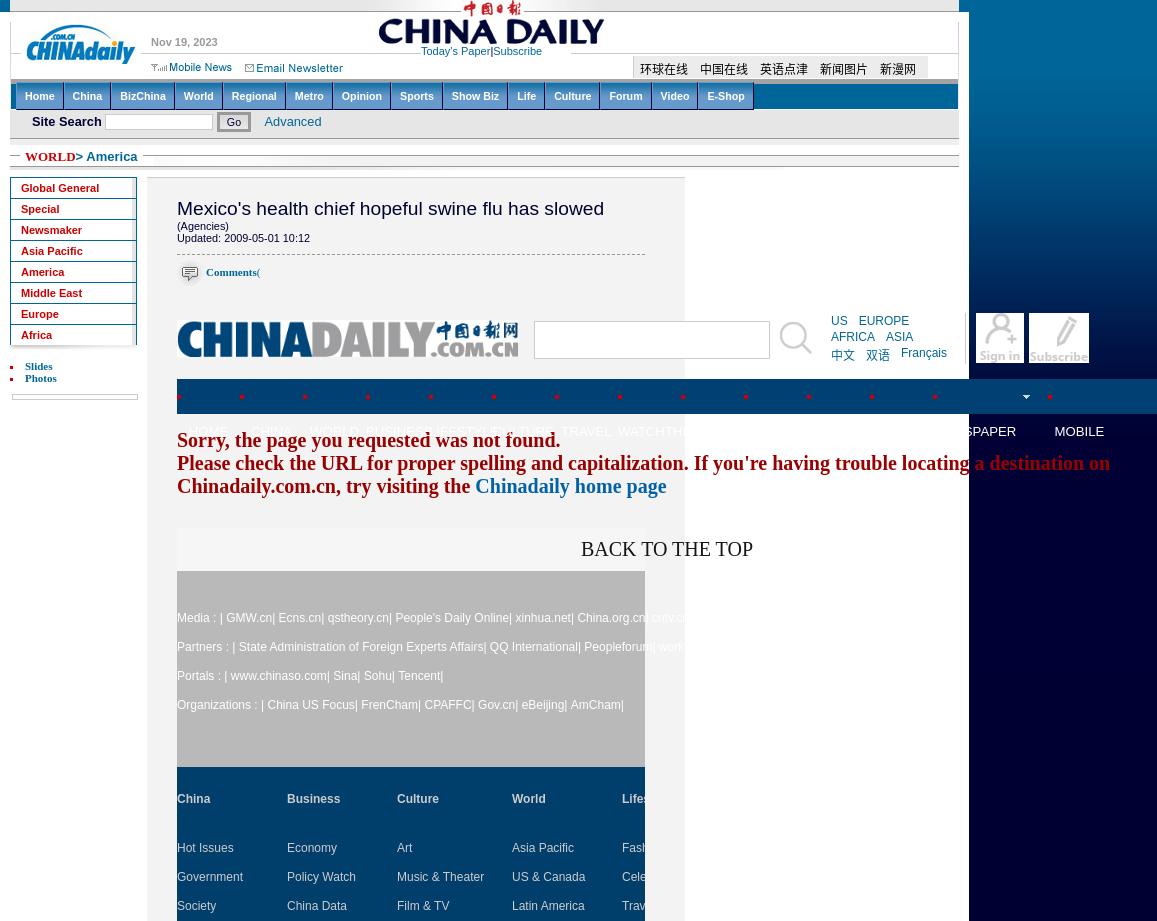 The image size is (1157, 921). I want to click on 'CE.cn|', so click(748, 617).